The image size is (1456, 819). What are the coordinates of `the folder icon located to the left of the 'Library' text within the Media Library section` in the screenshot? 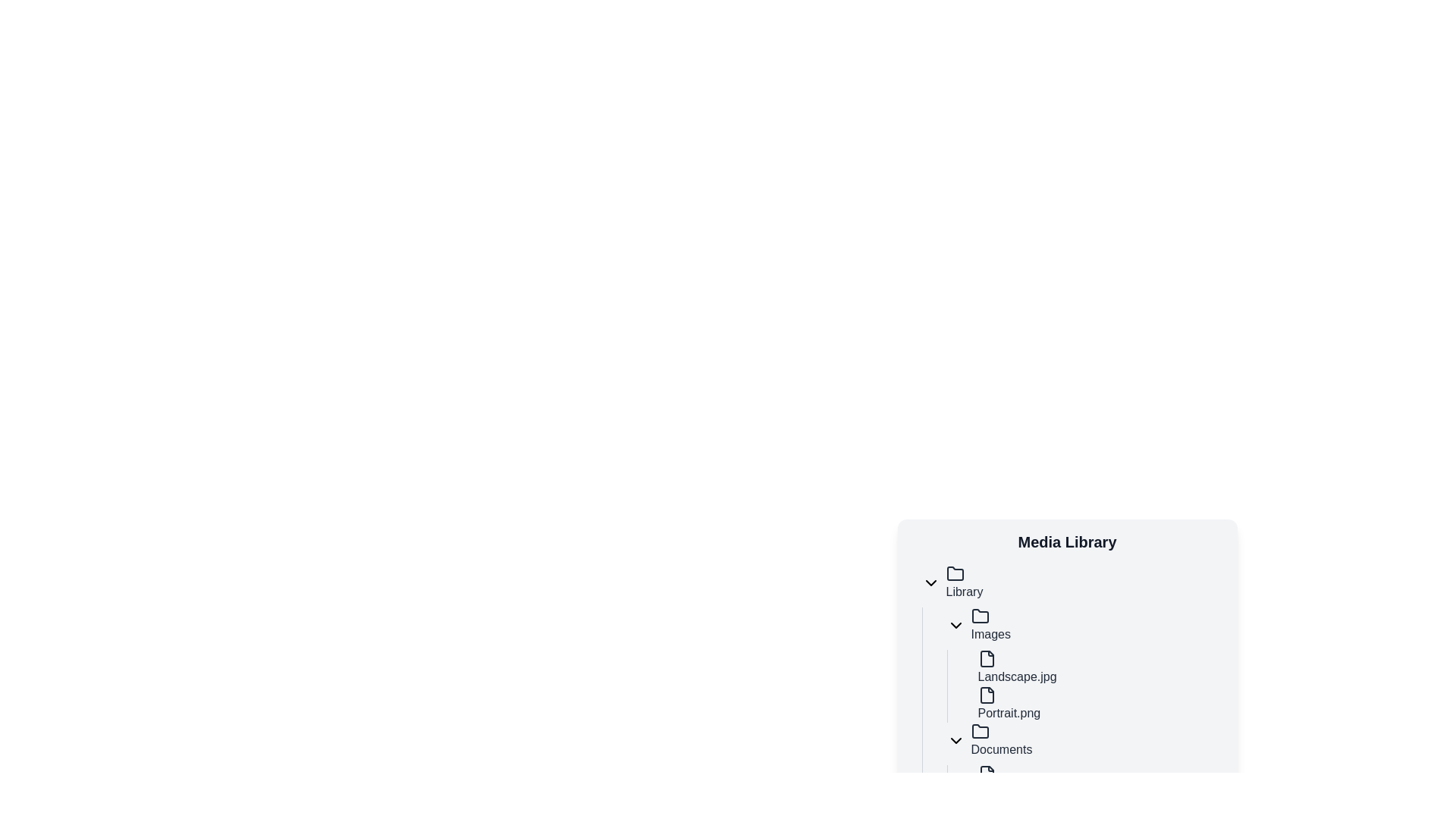 It's located at (954, 573).